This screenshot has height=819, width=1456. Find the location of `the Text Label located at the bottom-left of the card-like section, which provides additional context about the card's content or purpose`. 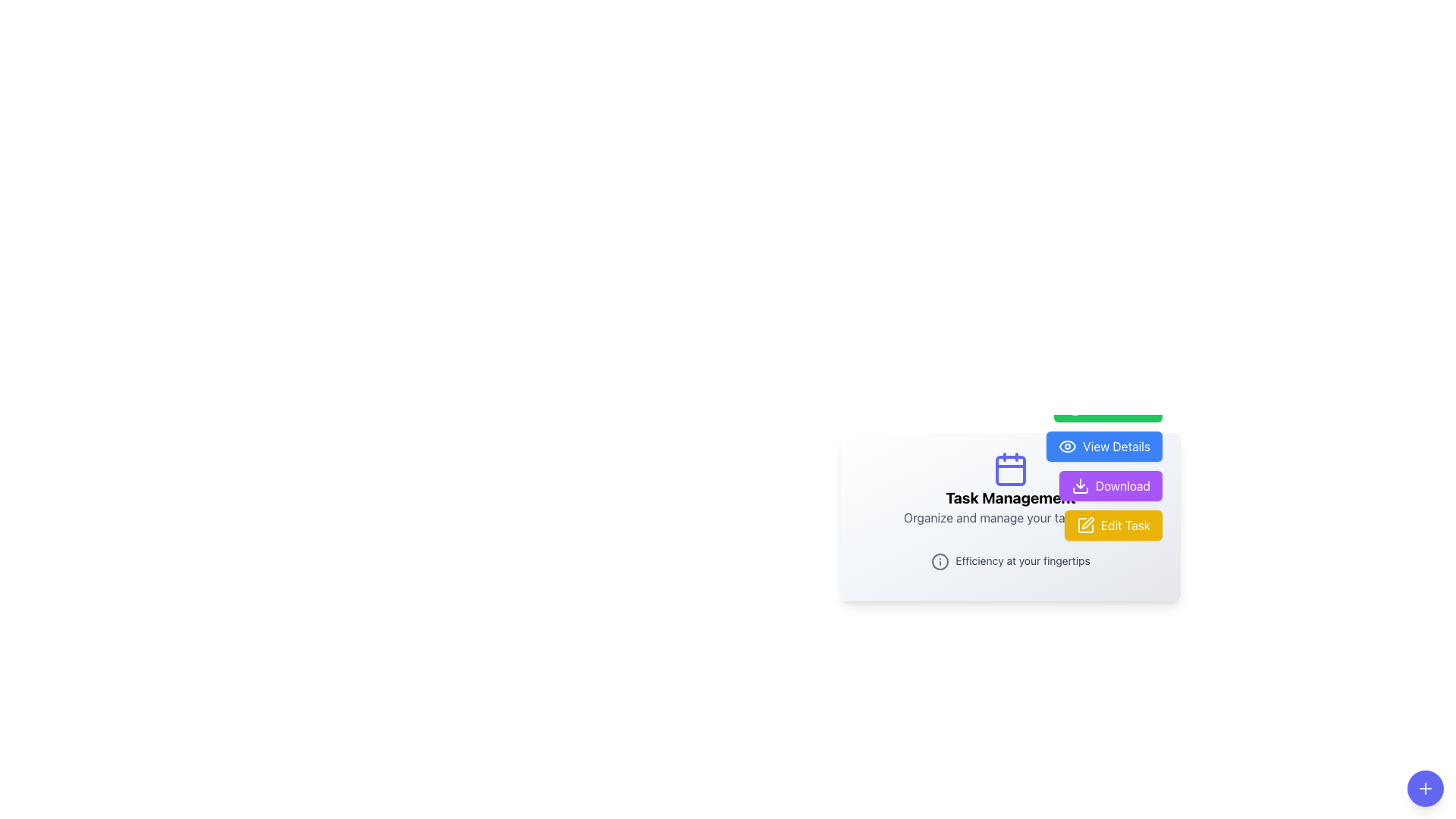

the Text Label located at the bottom-left of the card-like section, which provides additional context about the card's content or purpose is located at coordinates (1022, 561).